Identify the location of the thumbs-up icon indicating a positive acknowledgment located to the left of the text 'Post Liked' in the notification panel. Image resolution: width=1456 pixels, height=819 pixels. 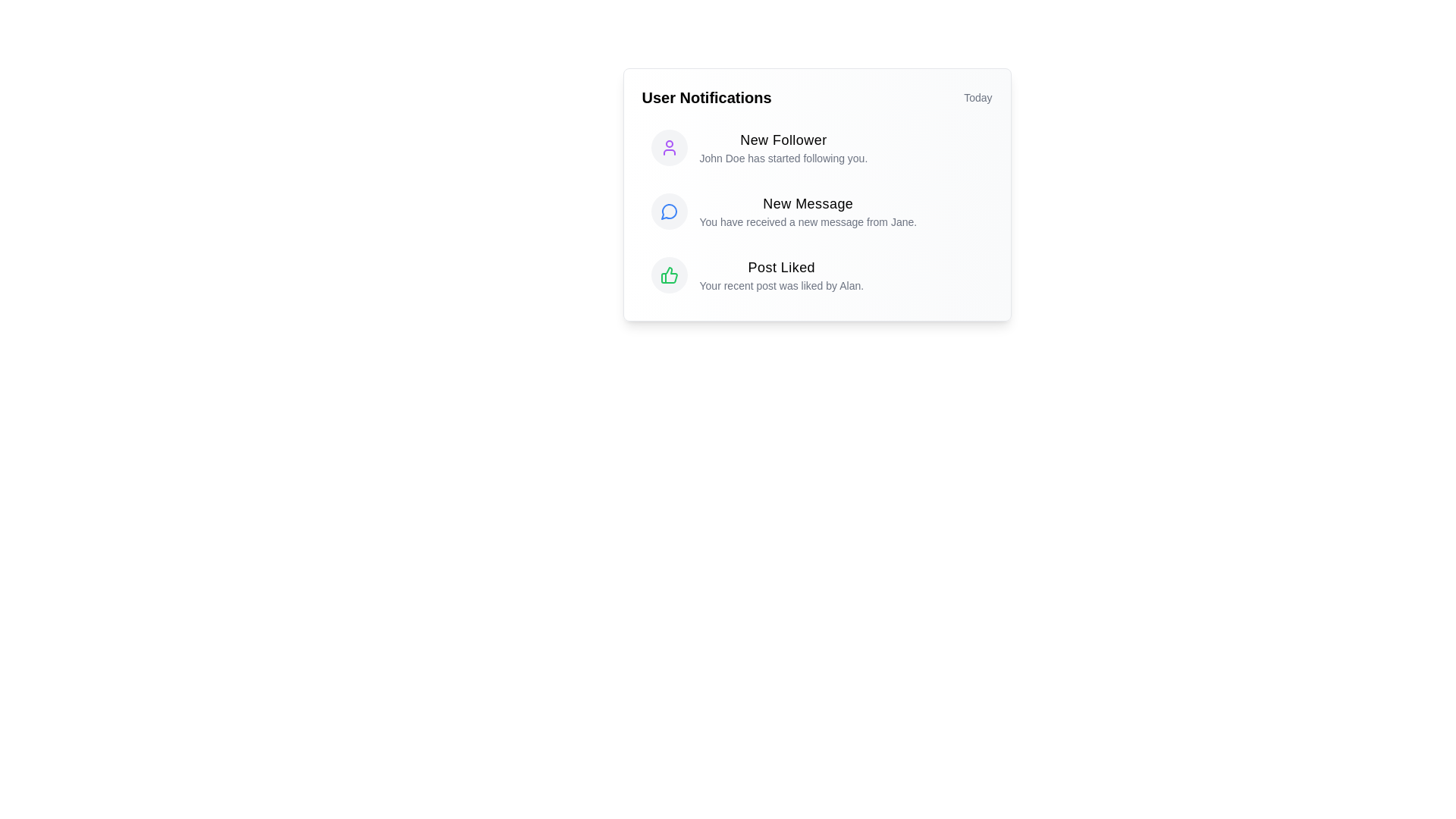
(668, 275).